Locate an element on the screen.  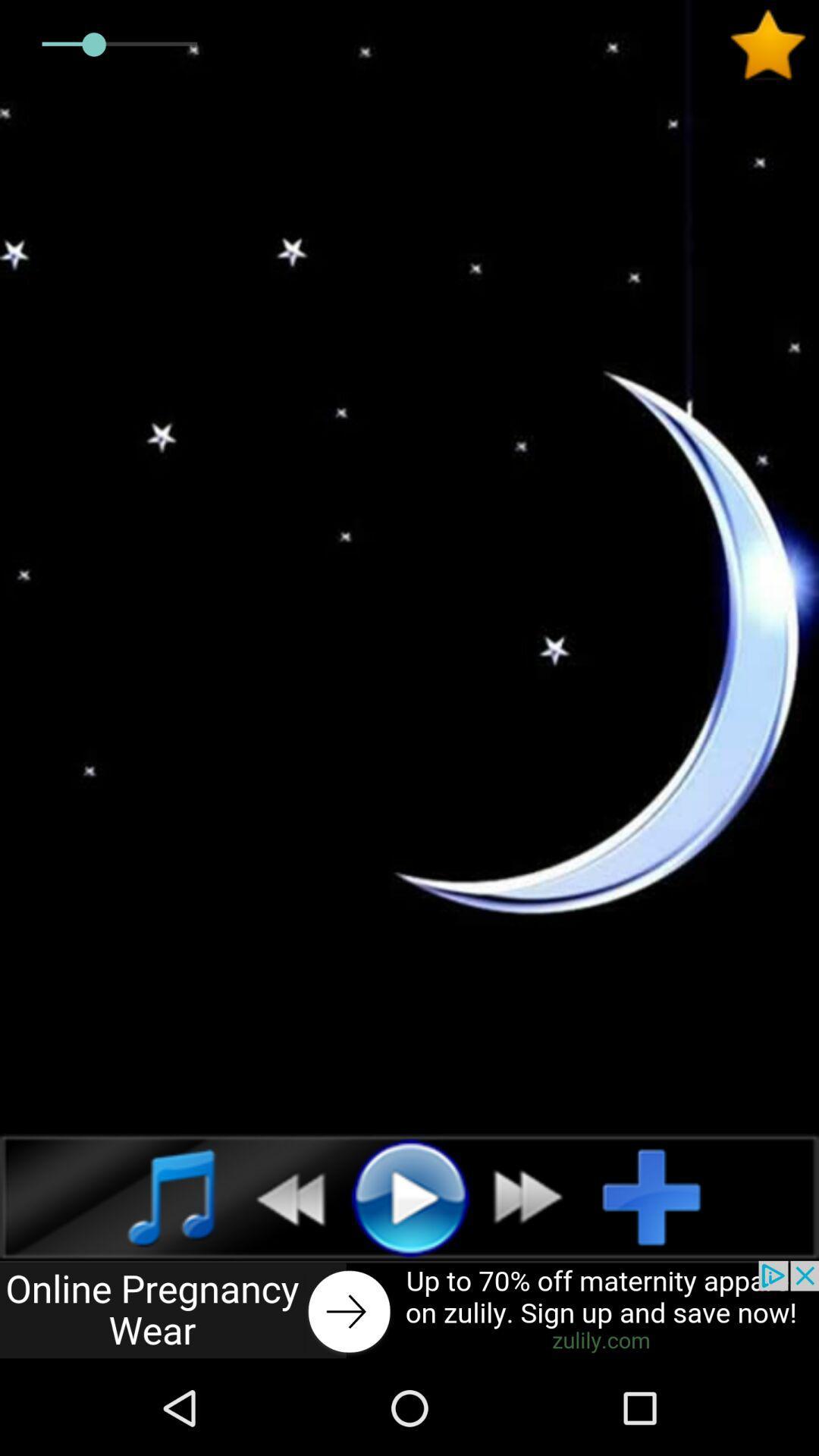
music is located at coordinates (155, 1196).